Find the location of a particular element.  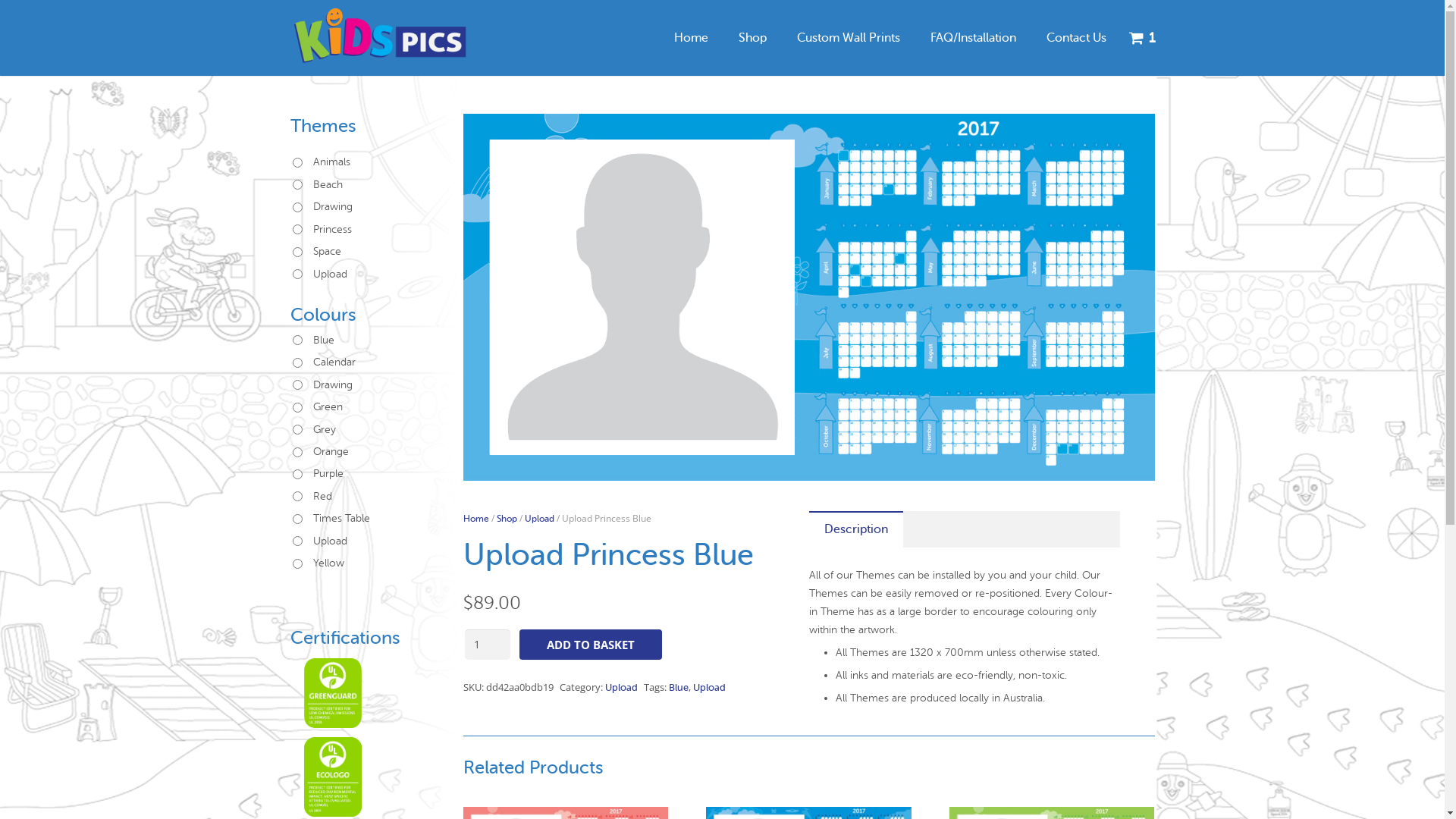

'Qty' is located at coordinates (487, 644).